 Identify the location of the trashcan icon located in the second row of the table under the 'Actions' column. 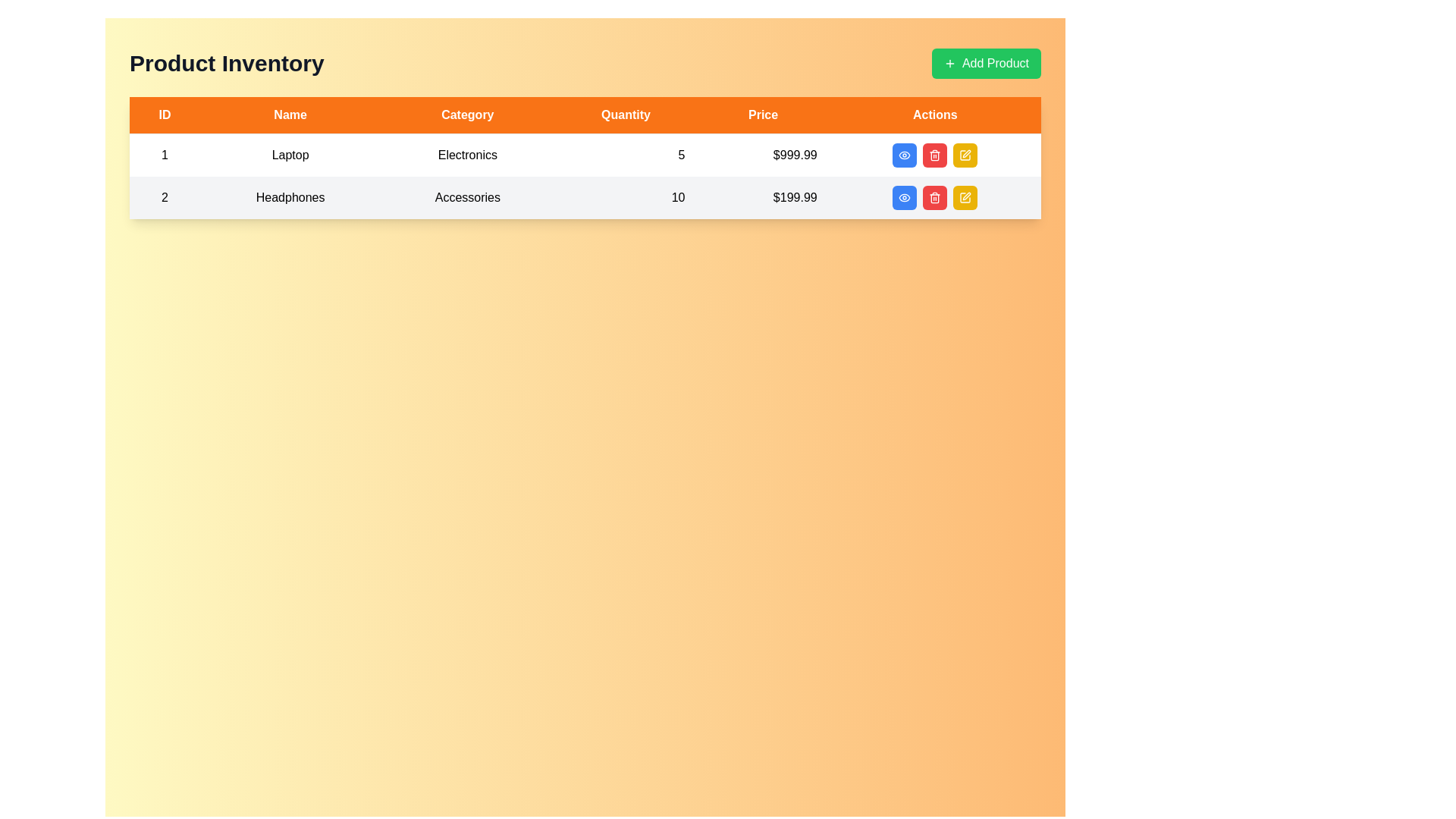
(934, 198).